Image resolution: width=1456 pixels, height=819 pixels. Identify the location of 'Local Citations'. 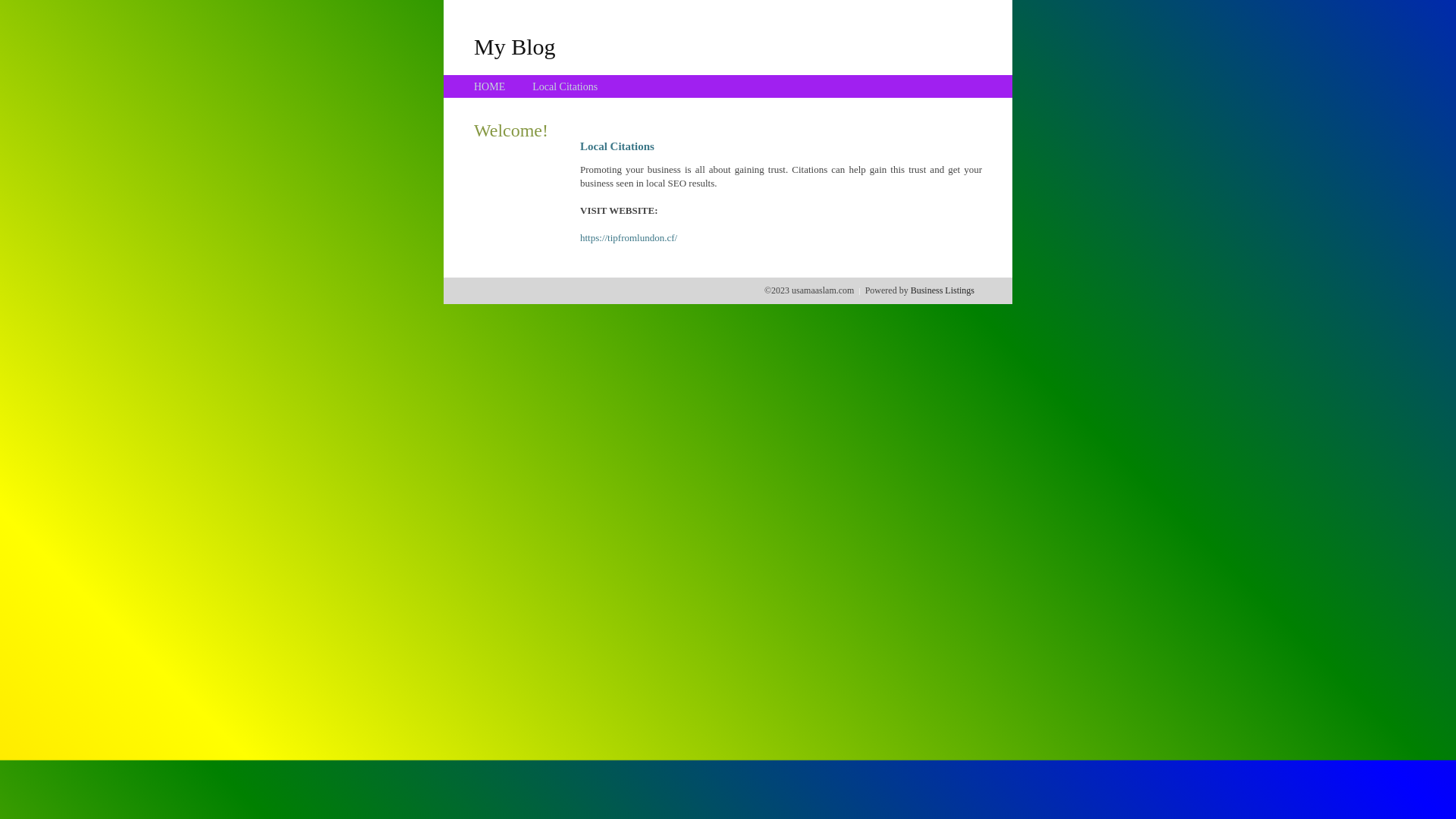
(563, 86).